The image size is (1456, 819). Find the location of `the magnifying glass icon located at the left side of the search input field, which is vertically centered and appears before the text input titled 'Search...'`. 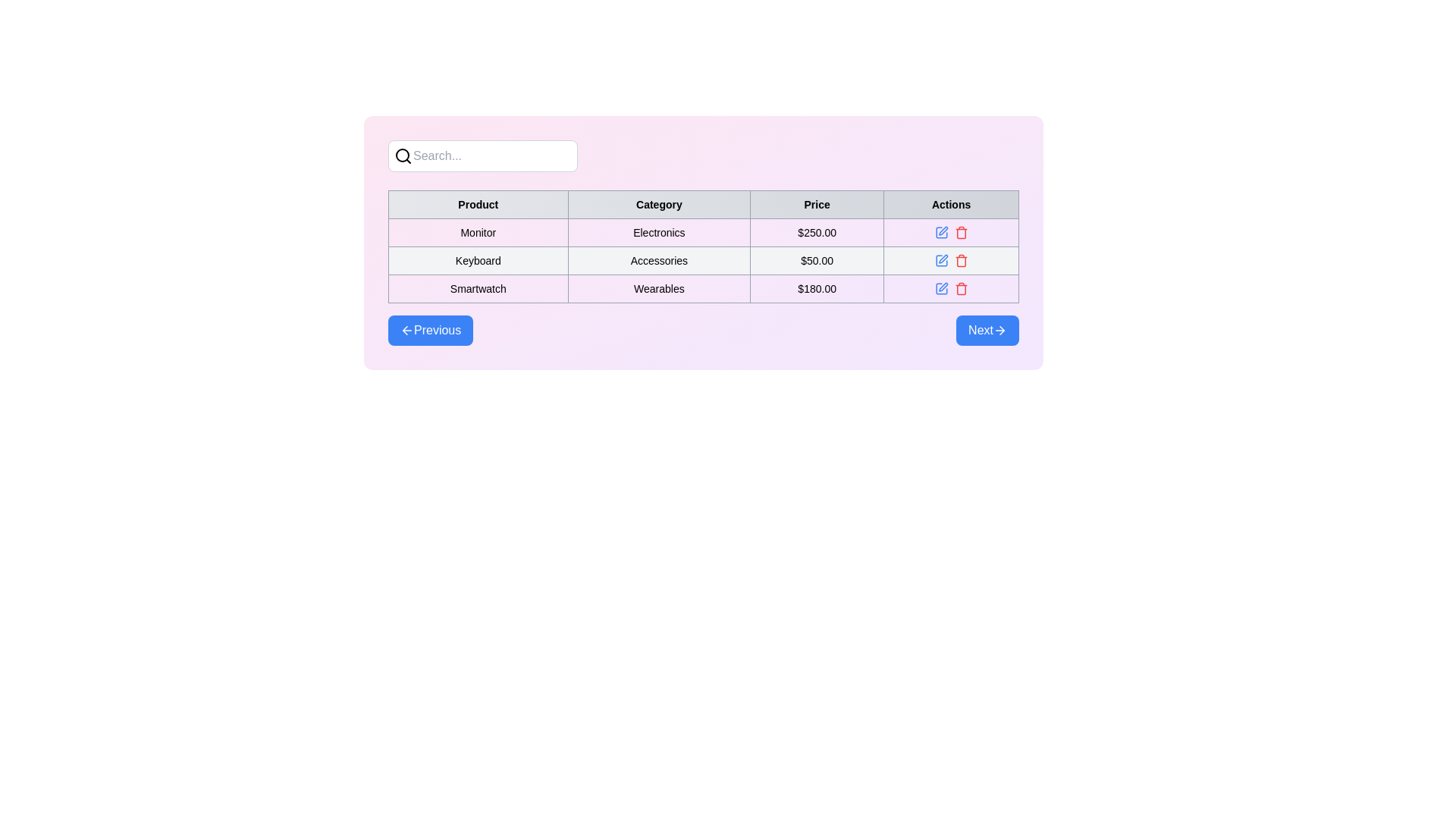

the magnifying glass icon located at the left side of the search input field, which is vertically centered and appears before the text input titled 'Search...' is located at coordinates (403, 155).